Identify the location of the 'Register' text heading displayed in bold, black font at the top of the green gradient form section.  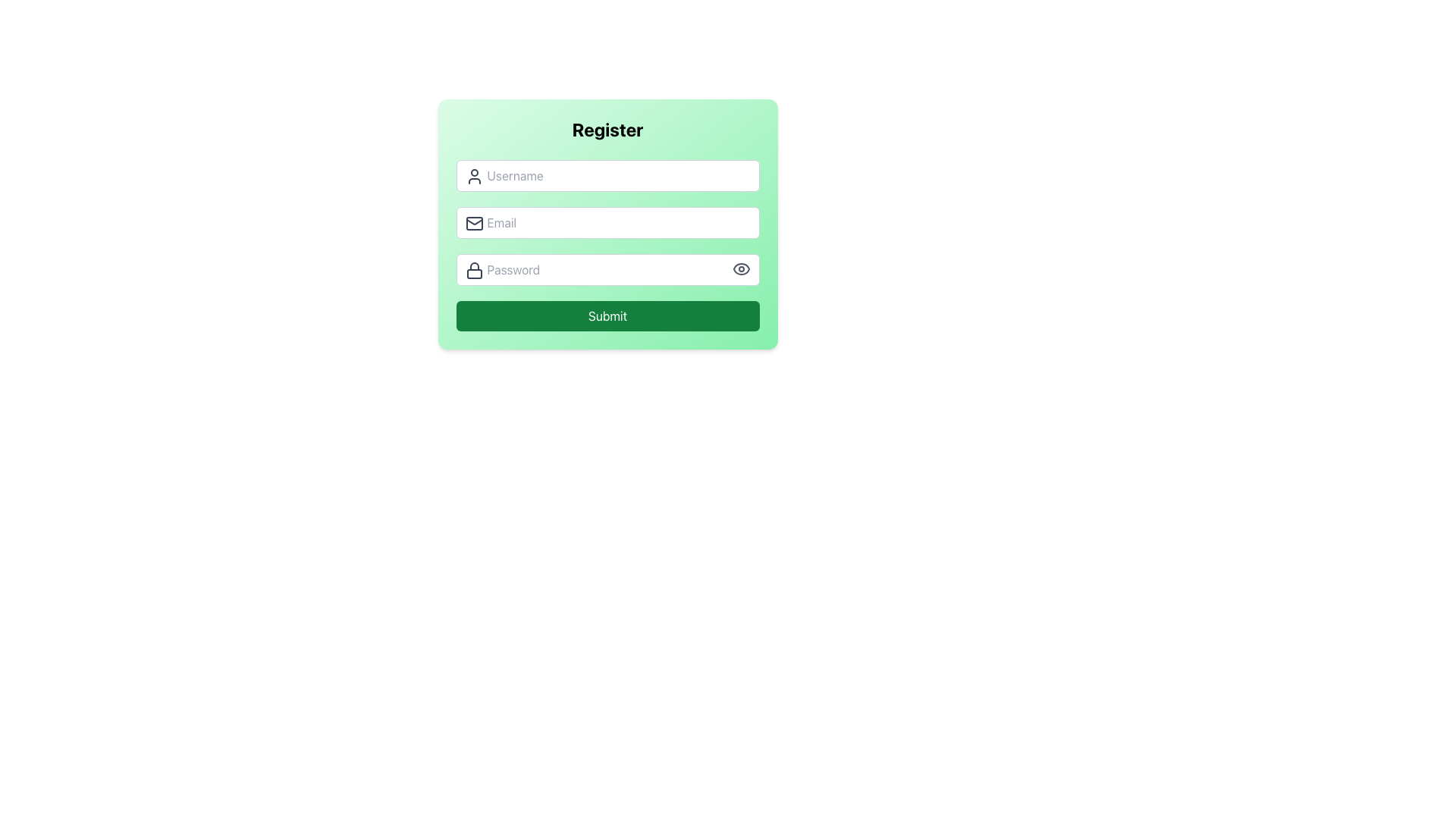
(607, 128).